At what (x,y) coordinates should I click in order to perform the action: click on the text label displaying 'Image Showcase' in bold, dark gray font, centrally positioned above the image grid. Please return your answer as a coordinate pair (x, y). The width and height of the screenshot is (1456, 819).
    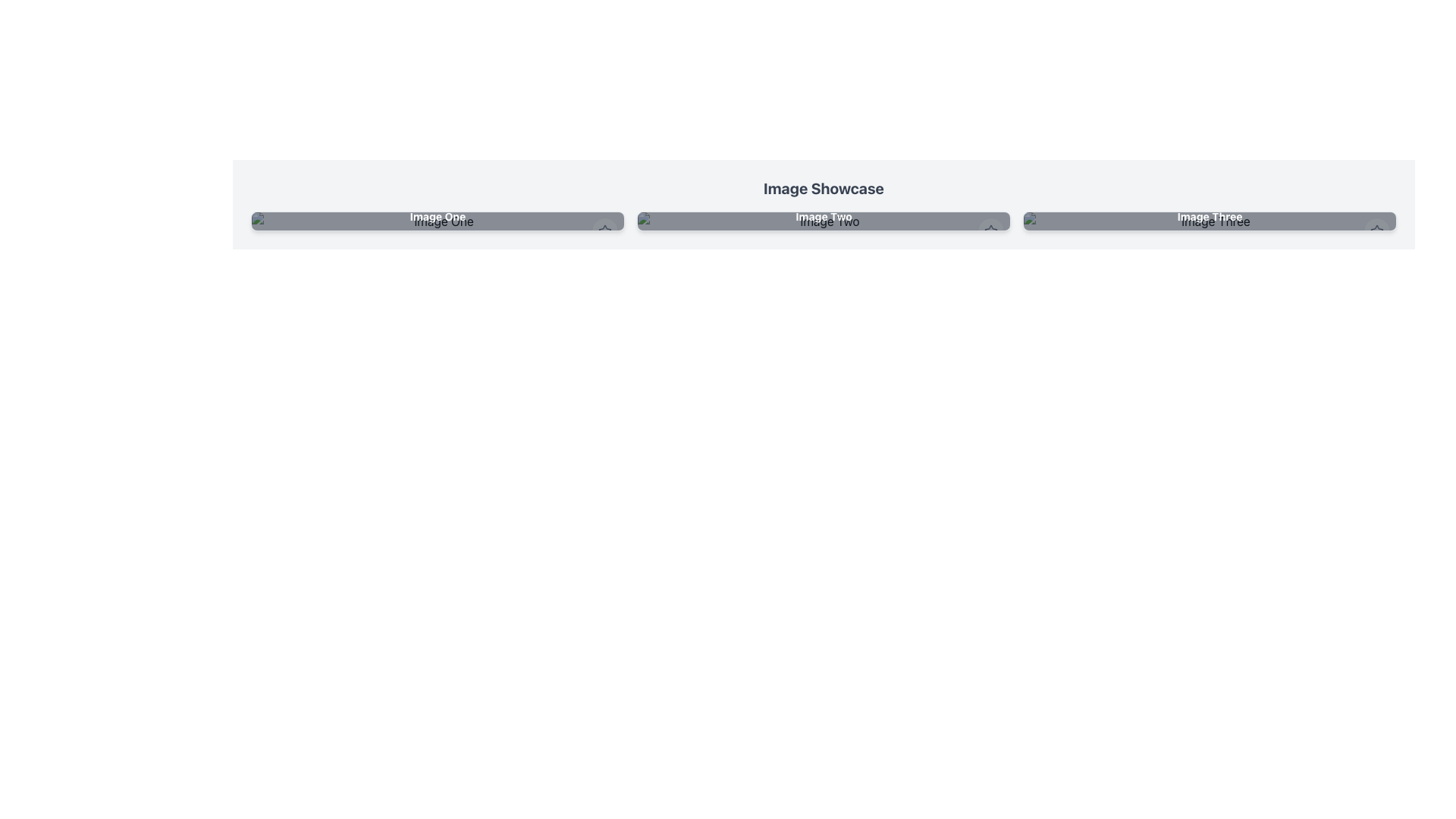
    Looking at the image, I should click on (823, 188).